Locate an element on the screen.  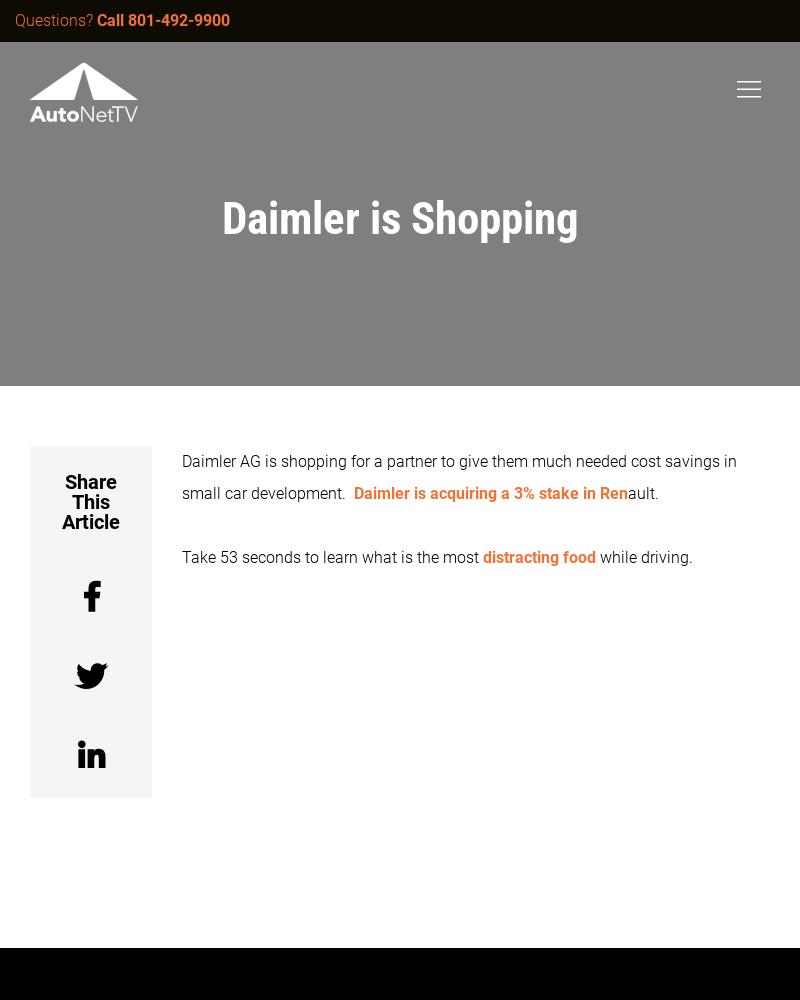
'Share This Article' is located at coordinates (61, 502).